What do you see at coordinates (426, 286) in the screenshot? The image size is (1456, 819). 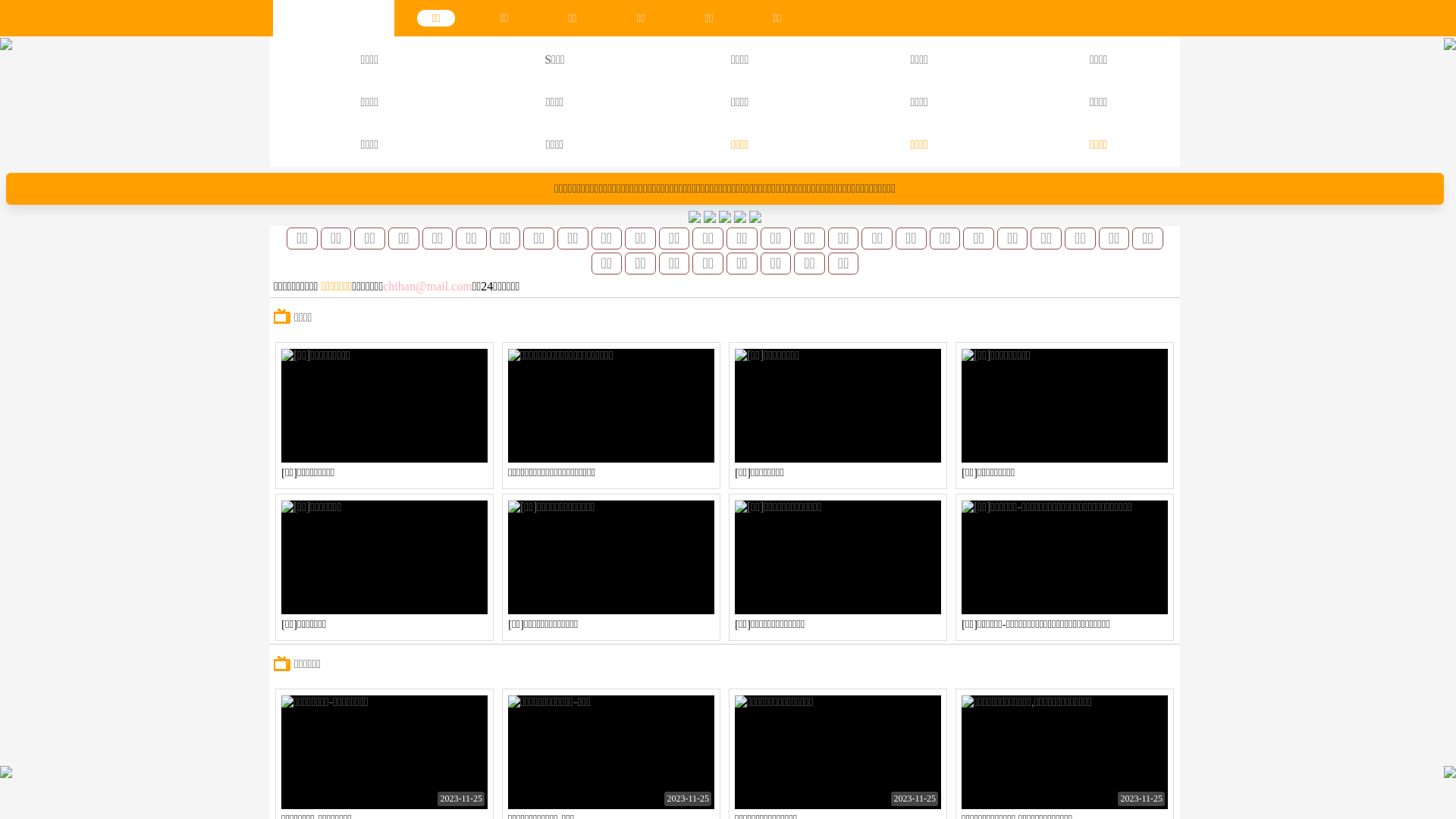 I see `'chihan@mail.com'` at bounding box center [426, 286].